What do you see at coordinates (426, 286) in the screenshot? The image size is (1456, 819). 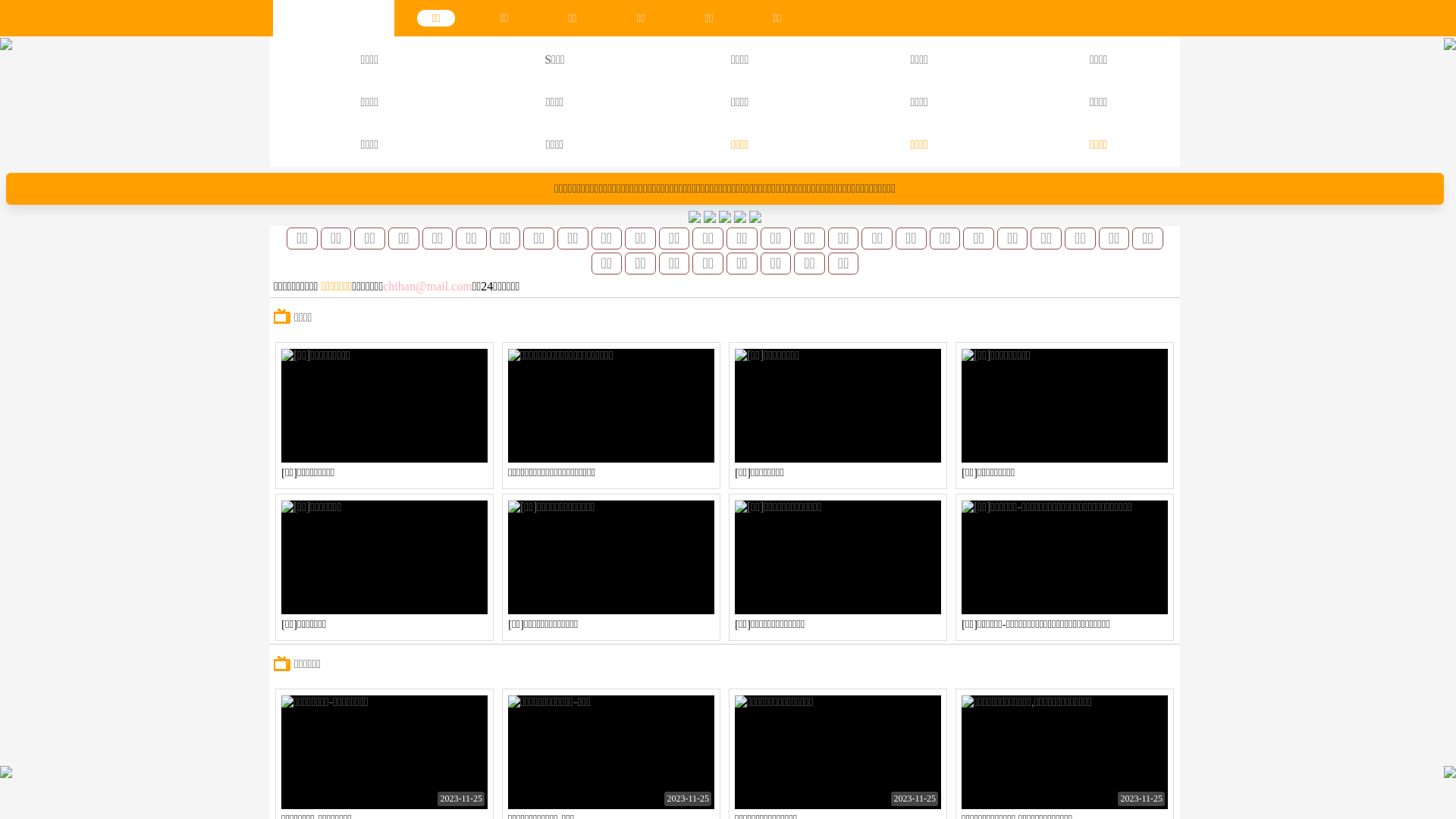 I see `'chihan@mail.com'` at bounding box center [426, 286].